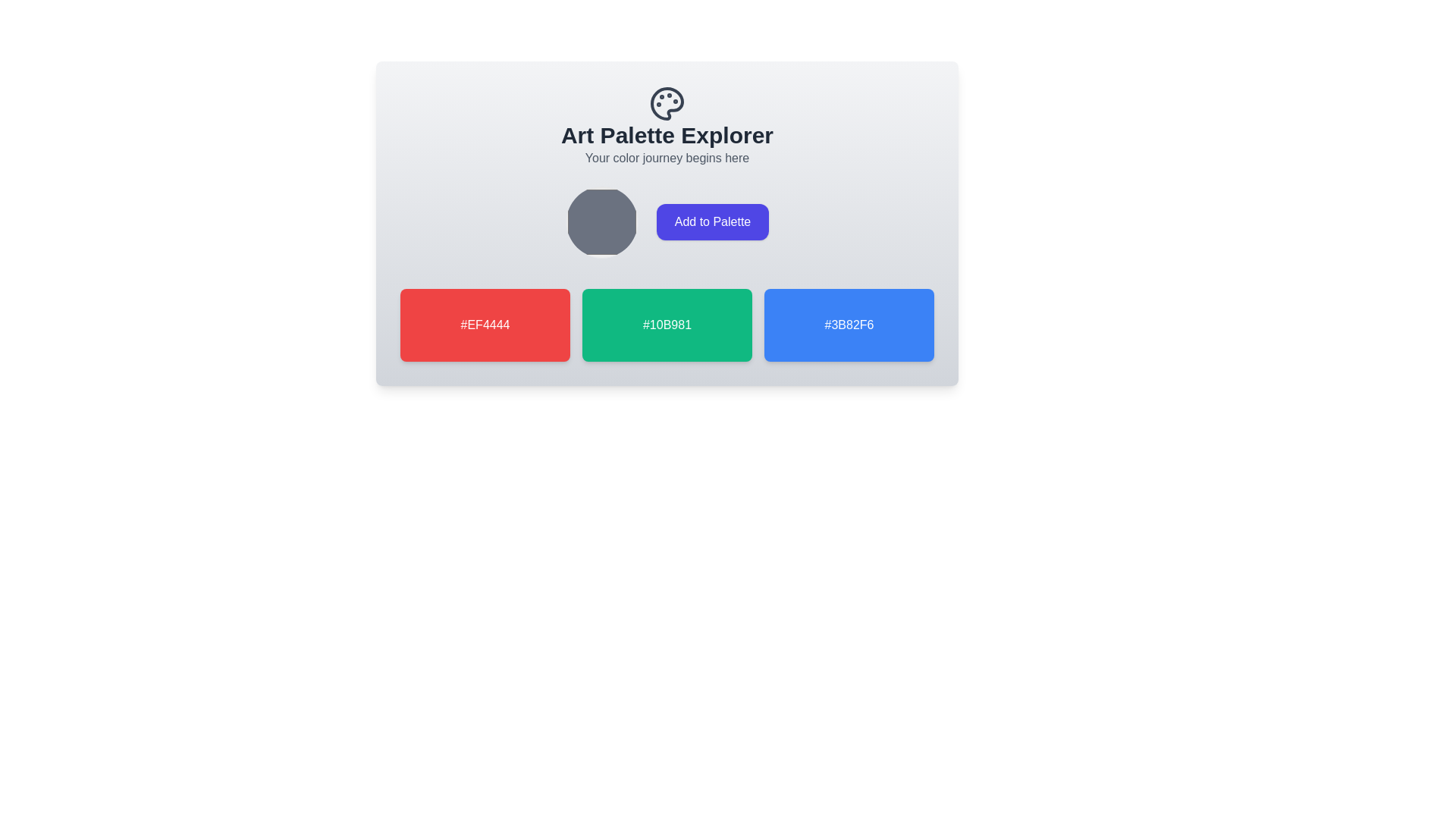  I want to click on the Static Color Display Block that showcases the color HEX #EF4444, which is the first element in a row of three rectangular components, so click(484, 324).